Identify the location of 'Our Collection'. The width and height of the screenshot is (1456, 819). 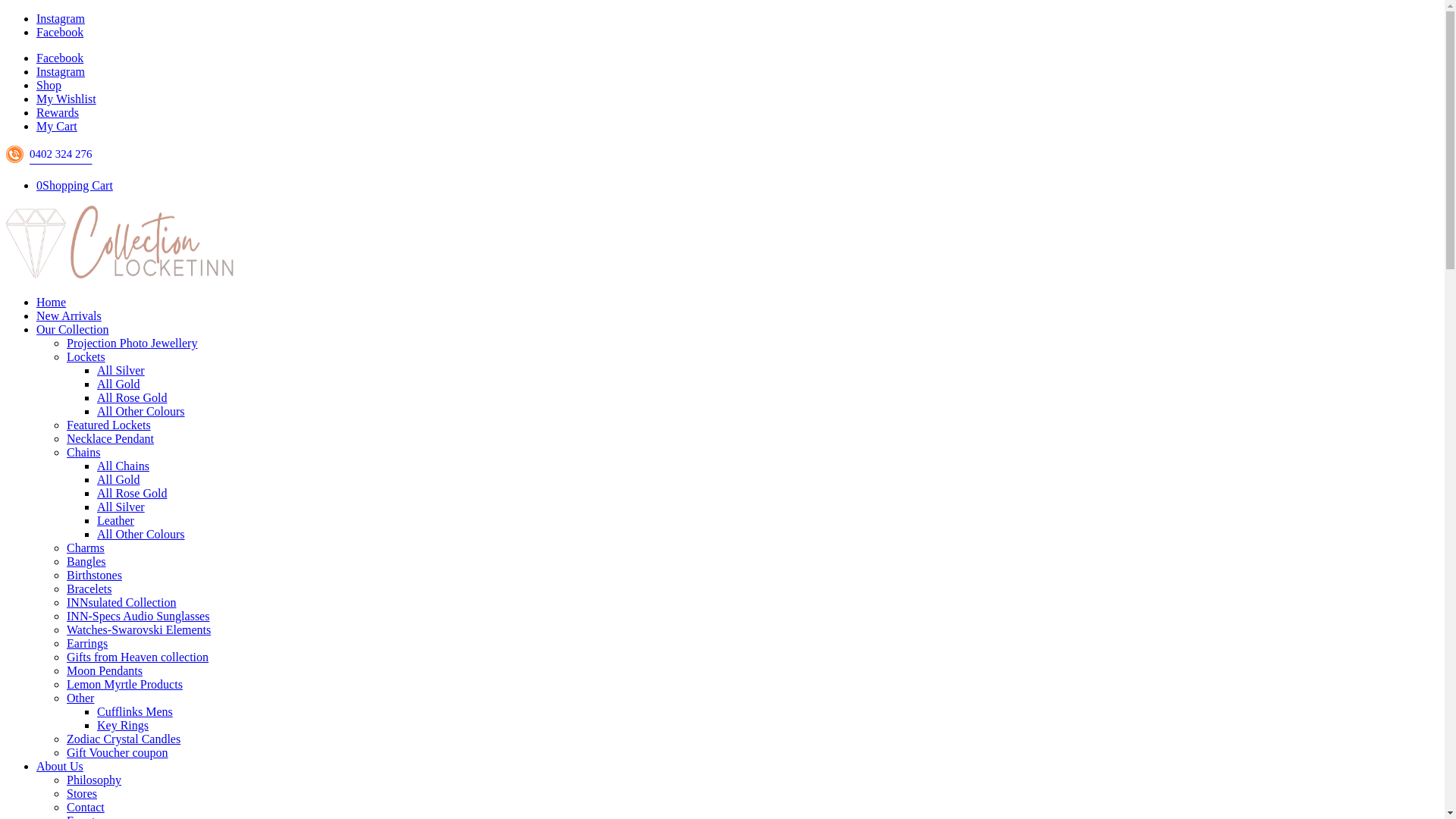
(72, 328).